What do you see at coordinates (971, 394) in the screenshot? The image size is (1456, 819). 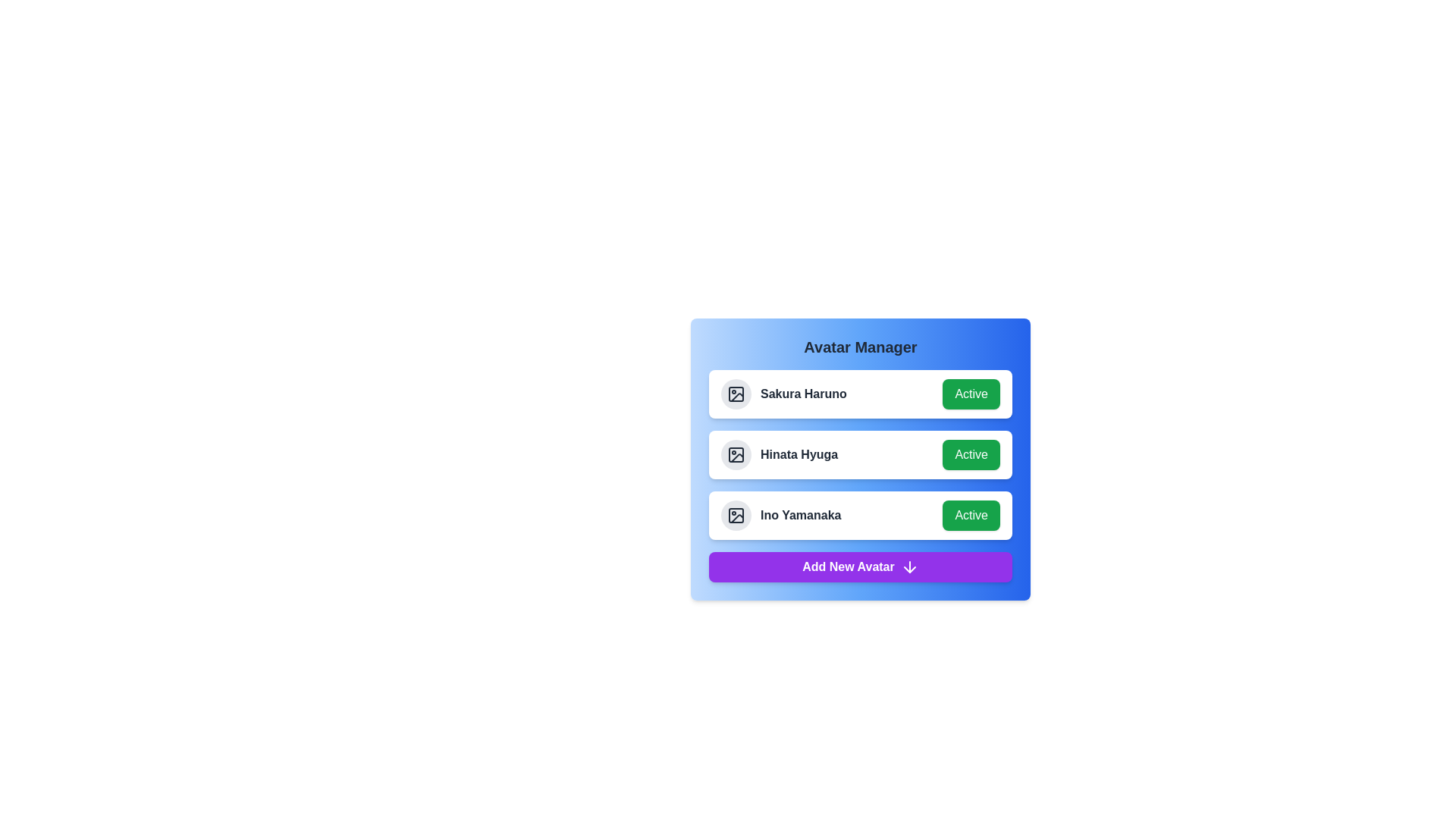 I see `the status indicator button for 'Sakura Haruno'` at bounding box center [971, 394].